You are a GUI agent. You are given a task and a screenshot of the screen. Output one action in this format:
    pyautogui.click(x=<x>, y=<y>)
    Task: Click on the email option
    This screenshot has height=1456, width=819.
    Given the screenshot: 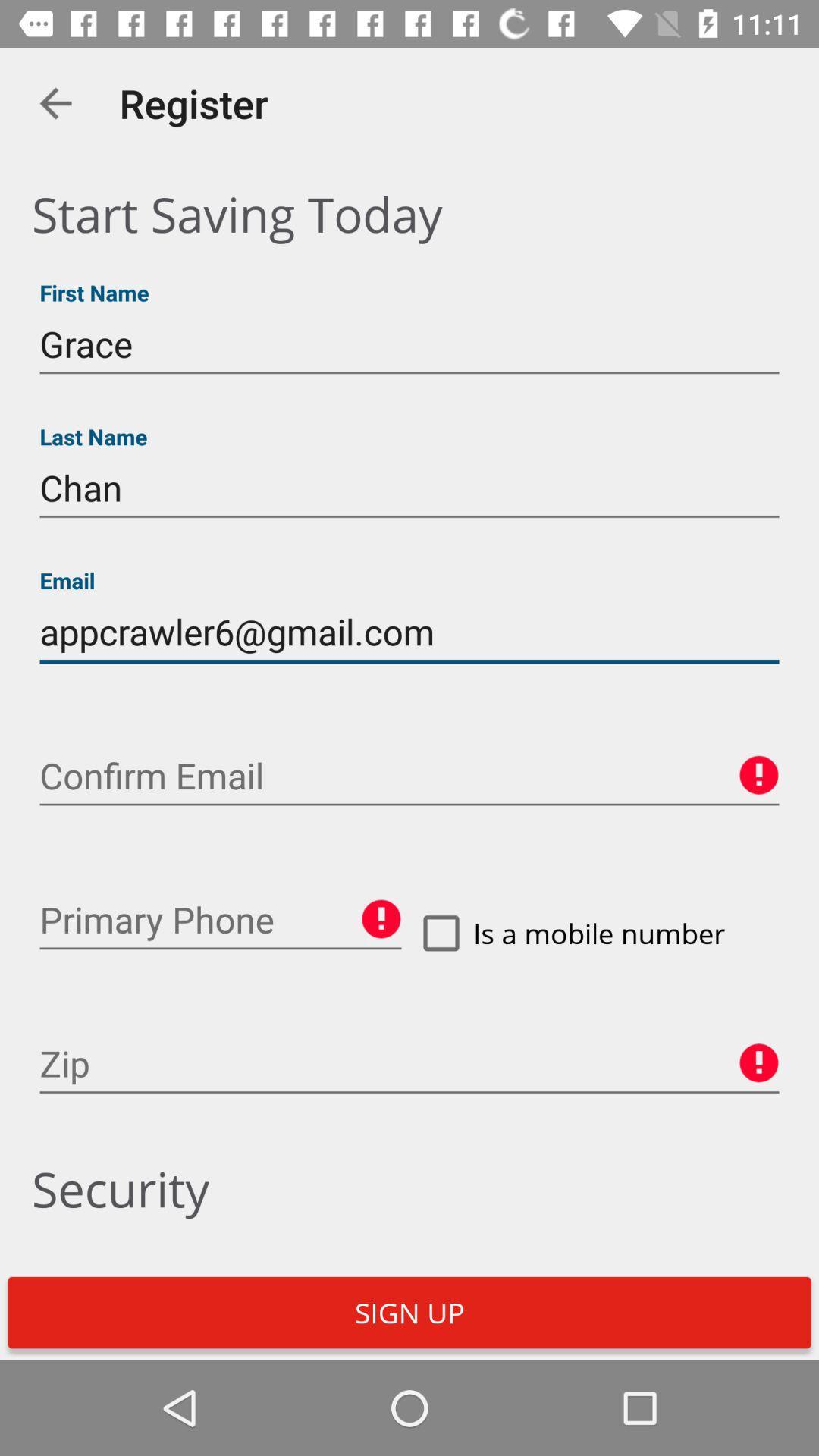 What is the action you would take?
    pyautogui.click(x=409, y=776)
    